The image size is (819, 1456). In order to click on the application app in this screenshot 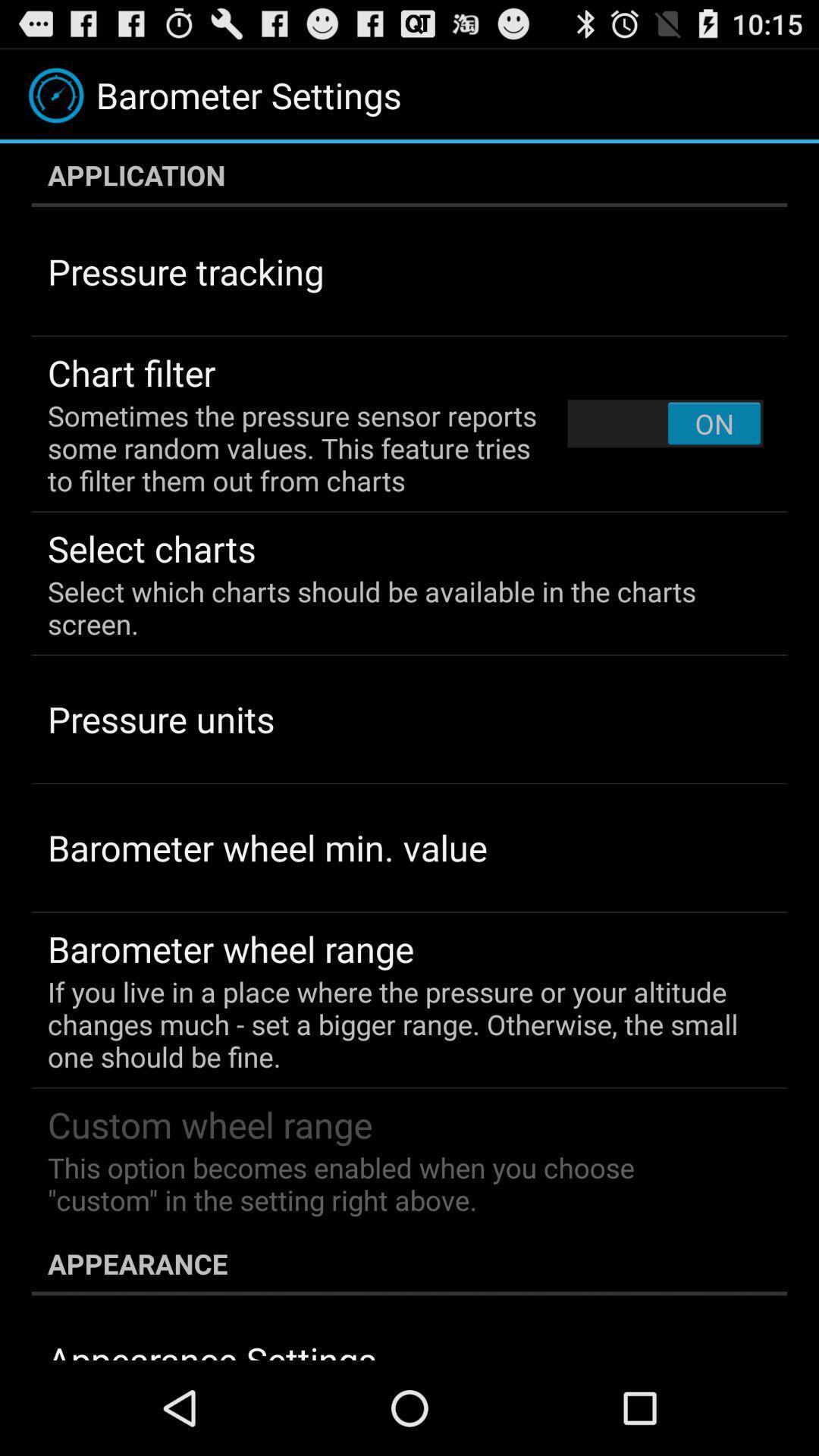, I will do `click(409, 174)`.